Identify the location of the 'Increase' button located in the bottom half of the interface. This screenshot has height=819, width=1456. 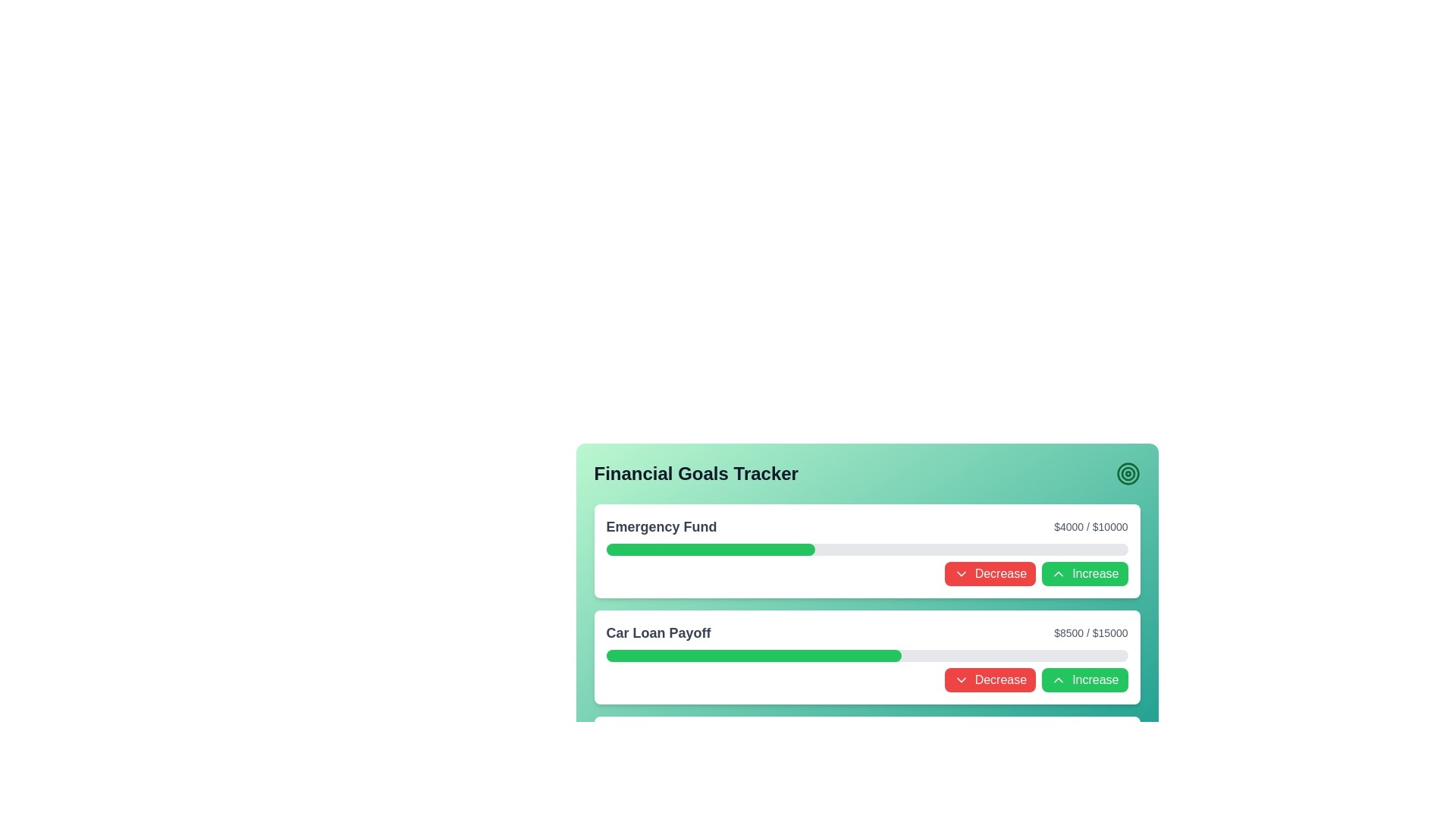
(1084, 679).